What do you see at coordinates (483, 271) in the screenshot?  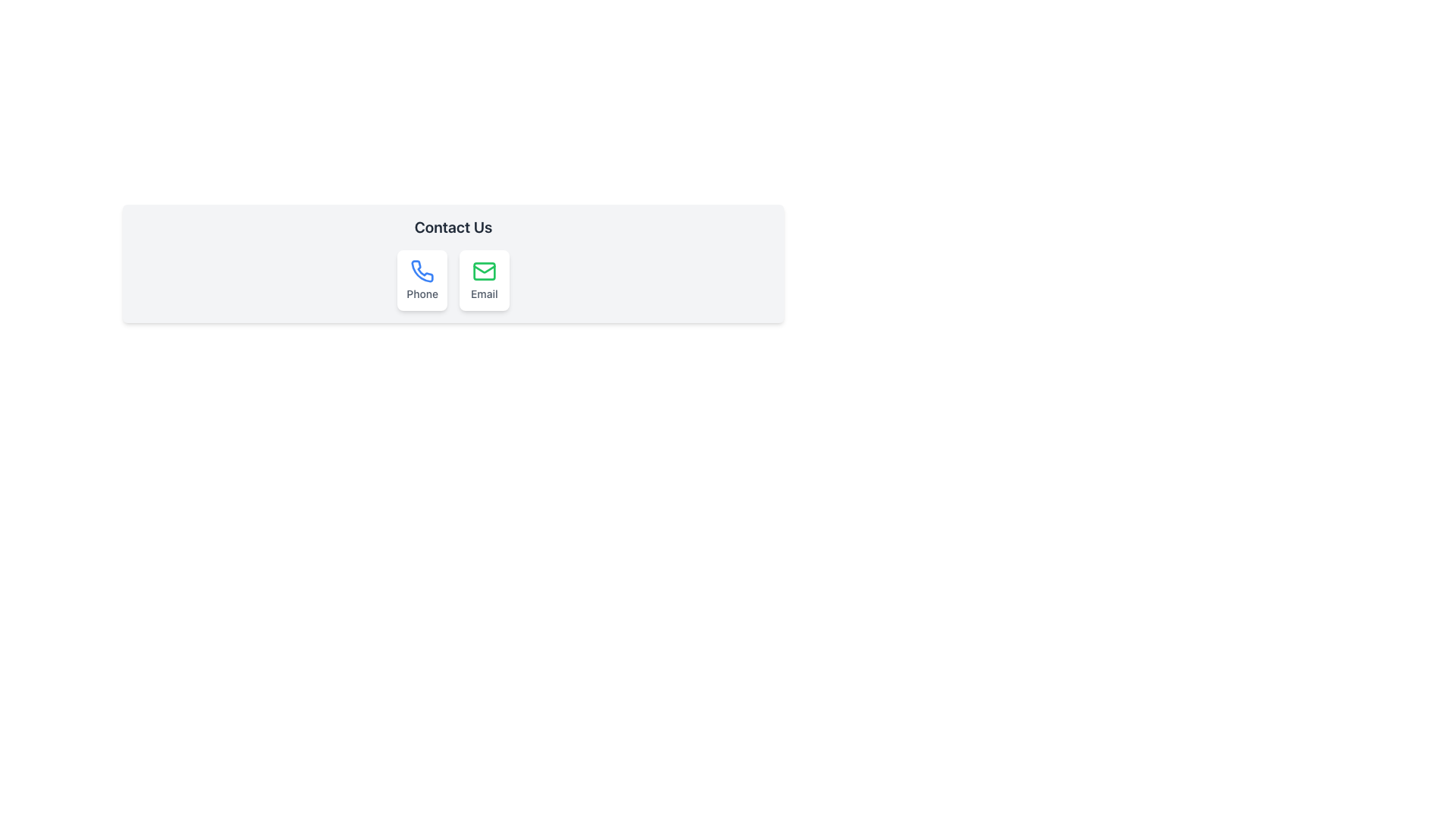 I see `the green rectangular element with rounded corners that is part of the envelope icon in the 'Contact Us' section` at bounding box center [483, 271].